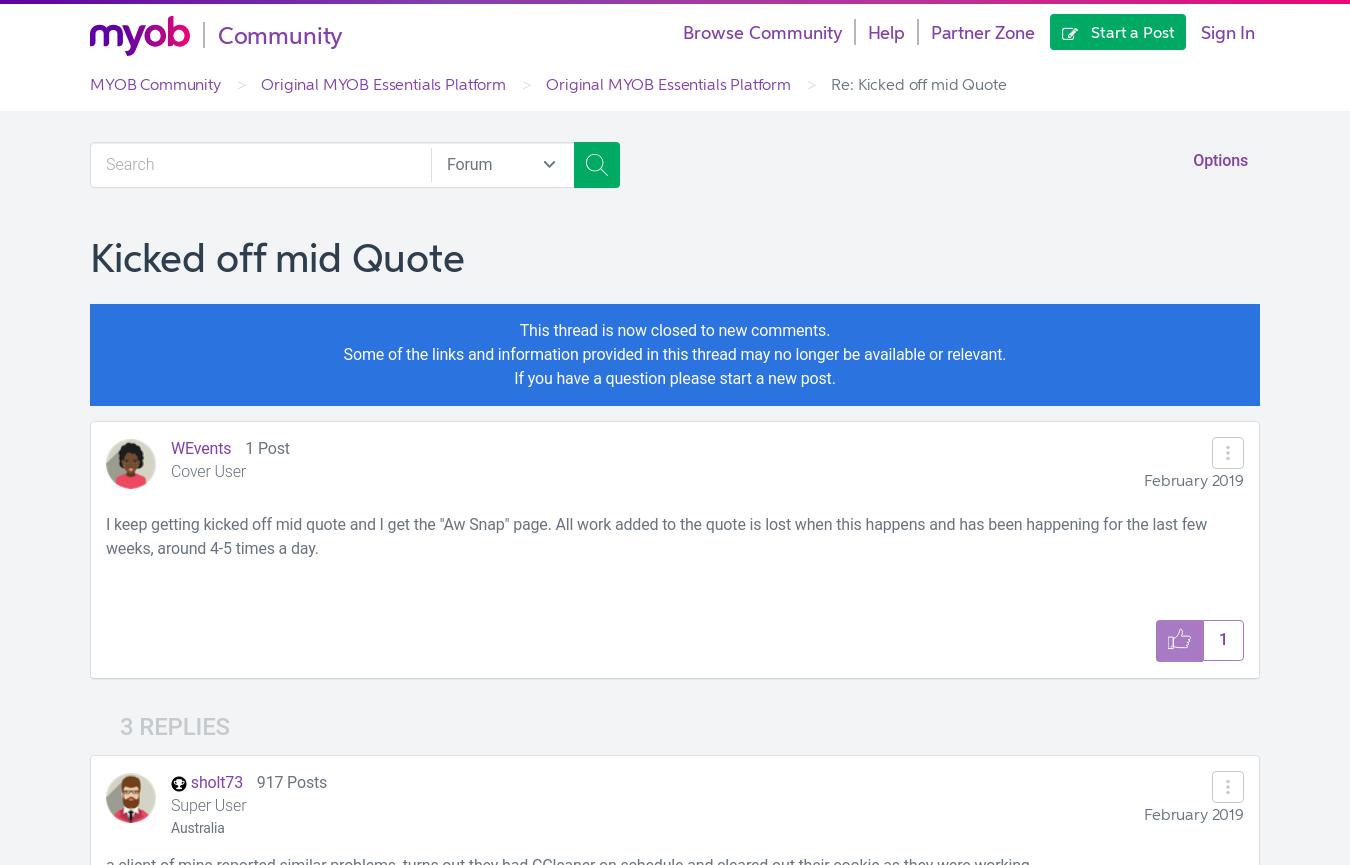  Describe the element at coordinates (197, 826) in the screenshot. I see `'Australia'` at that location.